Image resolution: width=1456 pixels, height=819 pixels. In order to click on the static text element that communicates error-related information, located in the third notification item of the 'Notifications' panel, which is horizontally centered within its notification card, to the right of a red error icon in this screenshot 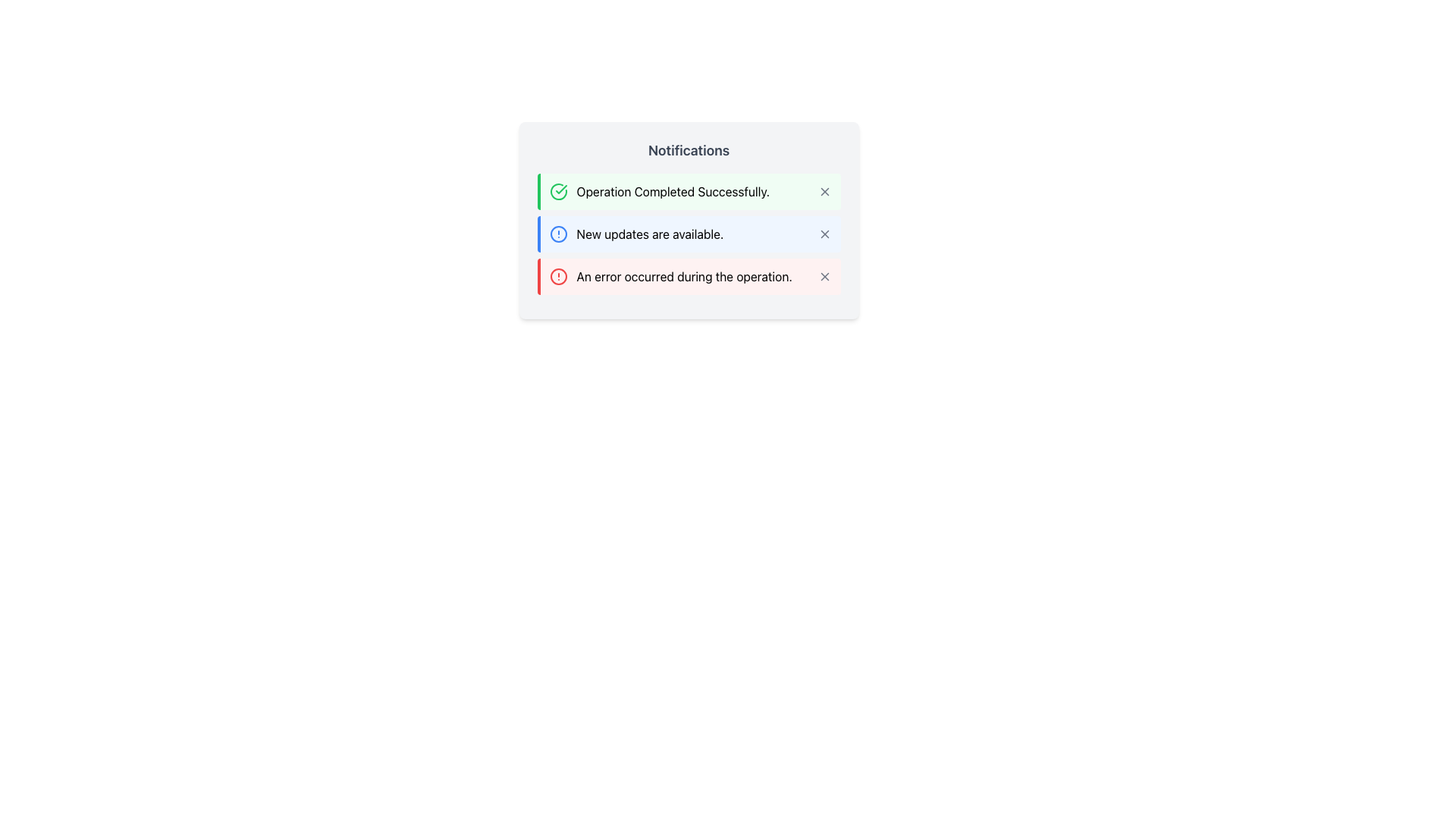, I will do `click(683, 277)`.